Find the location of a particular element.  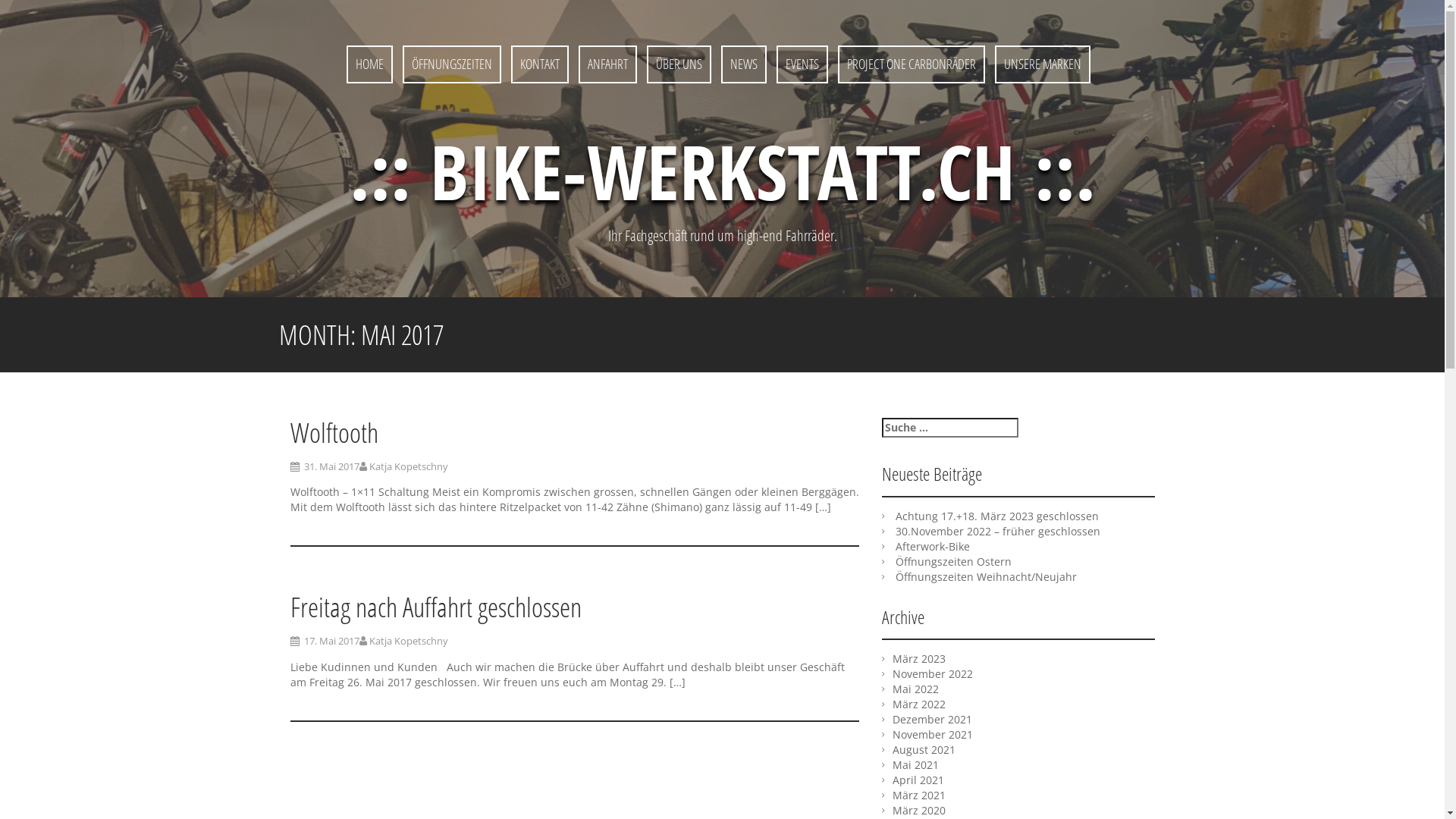

'ANFAHRT' is located at coordinates (607, 63).